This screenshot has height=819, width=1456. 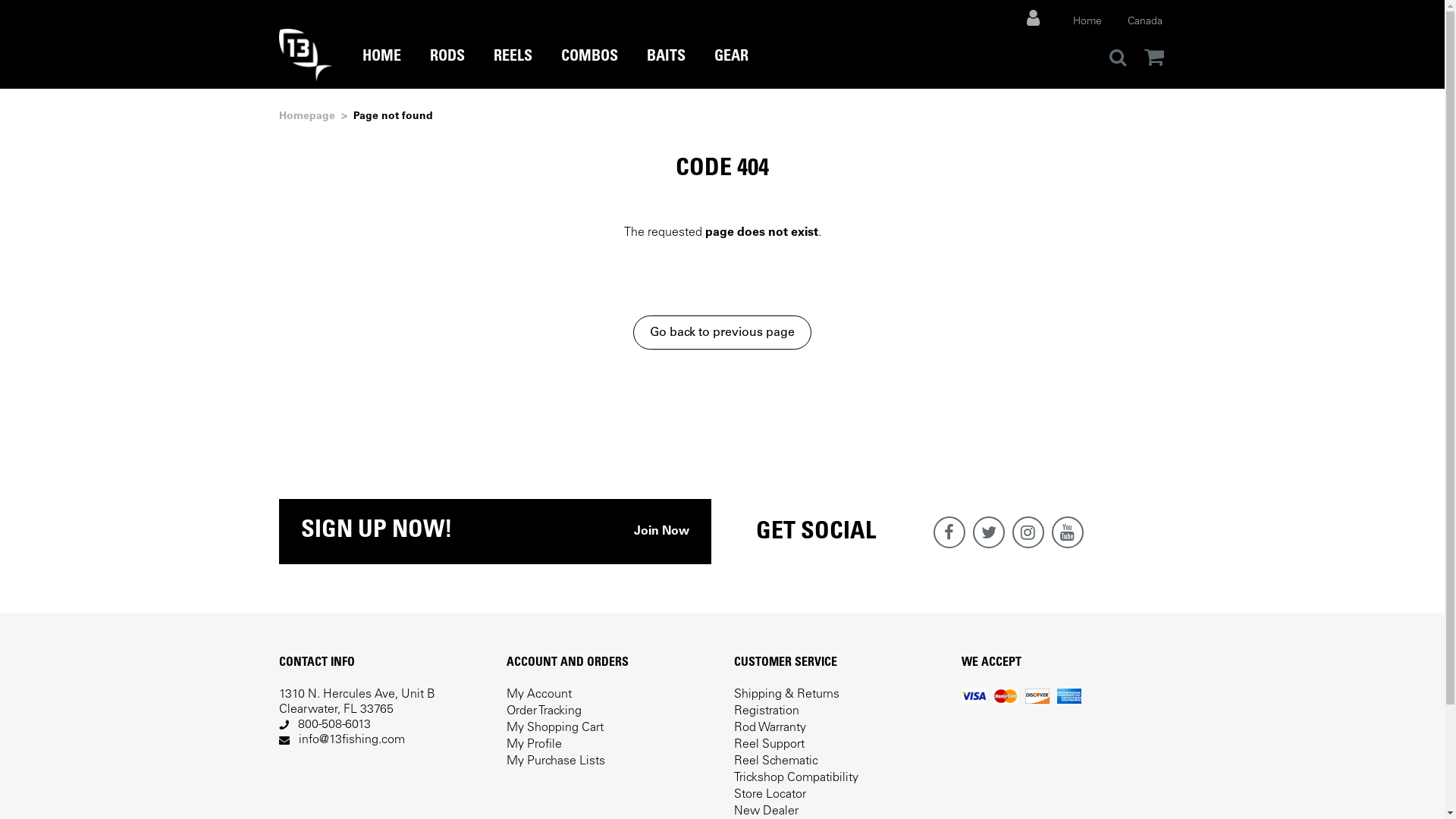 What do you see at coordinates (446, 68) in the screenshot?
I see `'RODS'` at bounding box center [446, 68].